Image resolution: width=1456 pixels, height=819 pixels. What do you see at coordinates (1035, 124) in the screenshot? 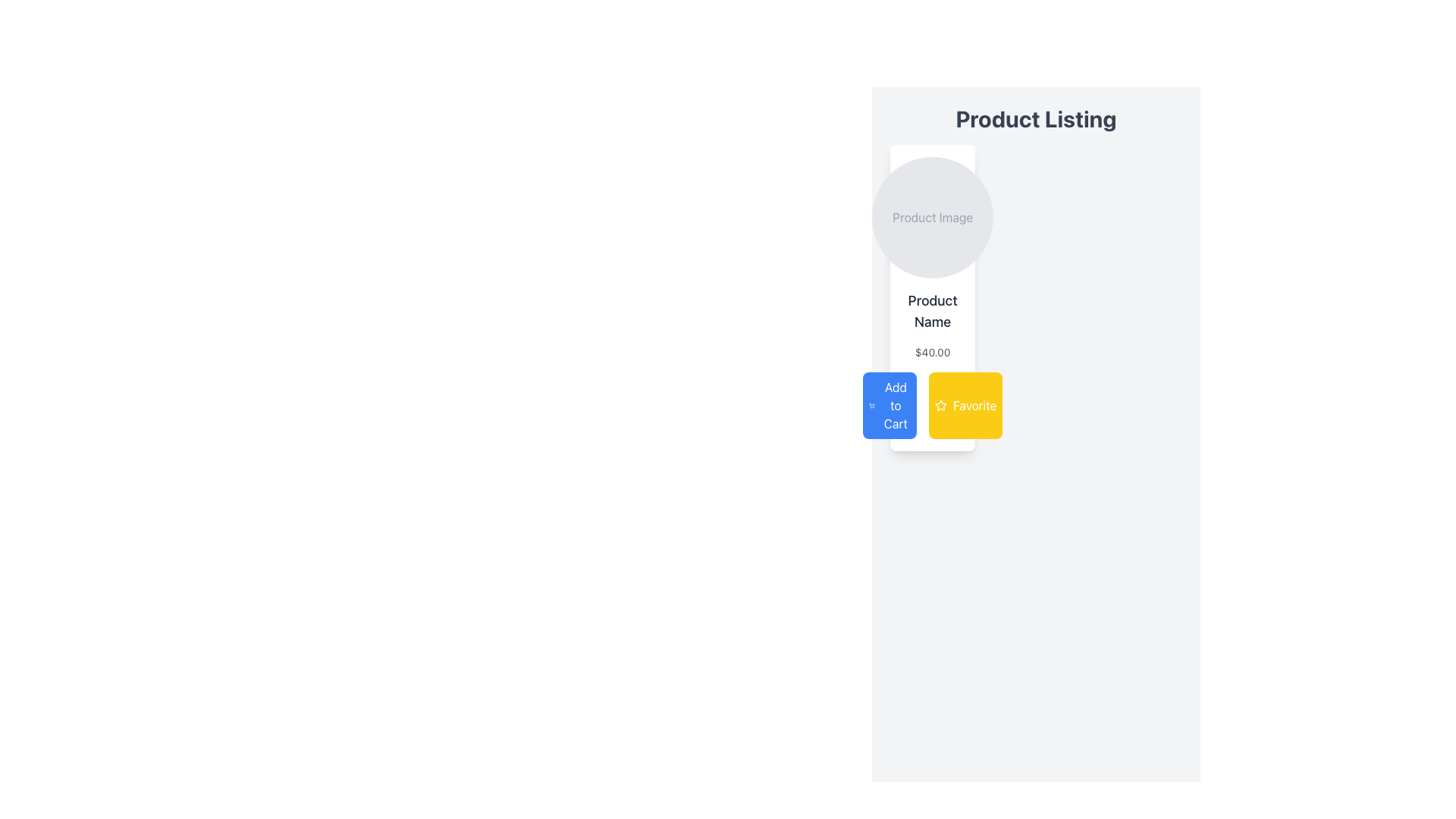
I see `the 'Product Listing' text header, which is styled with bold, large dark gray text and located at the top of the panel` at bounding box center [1035, 124].